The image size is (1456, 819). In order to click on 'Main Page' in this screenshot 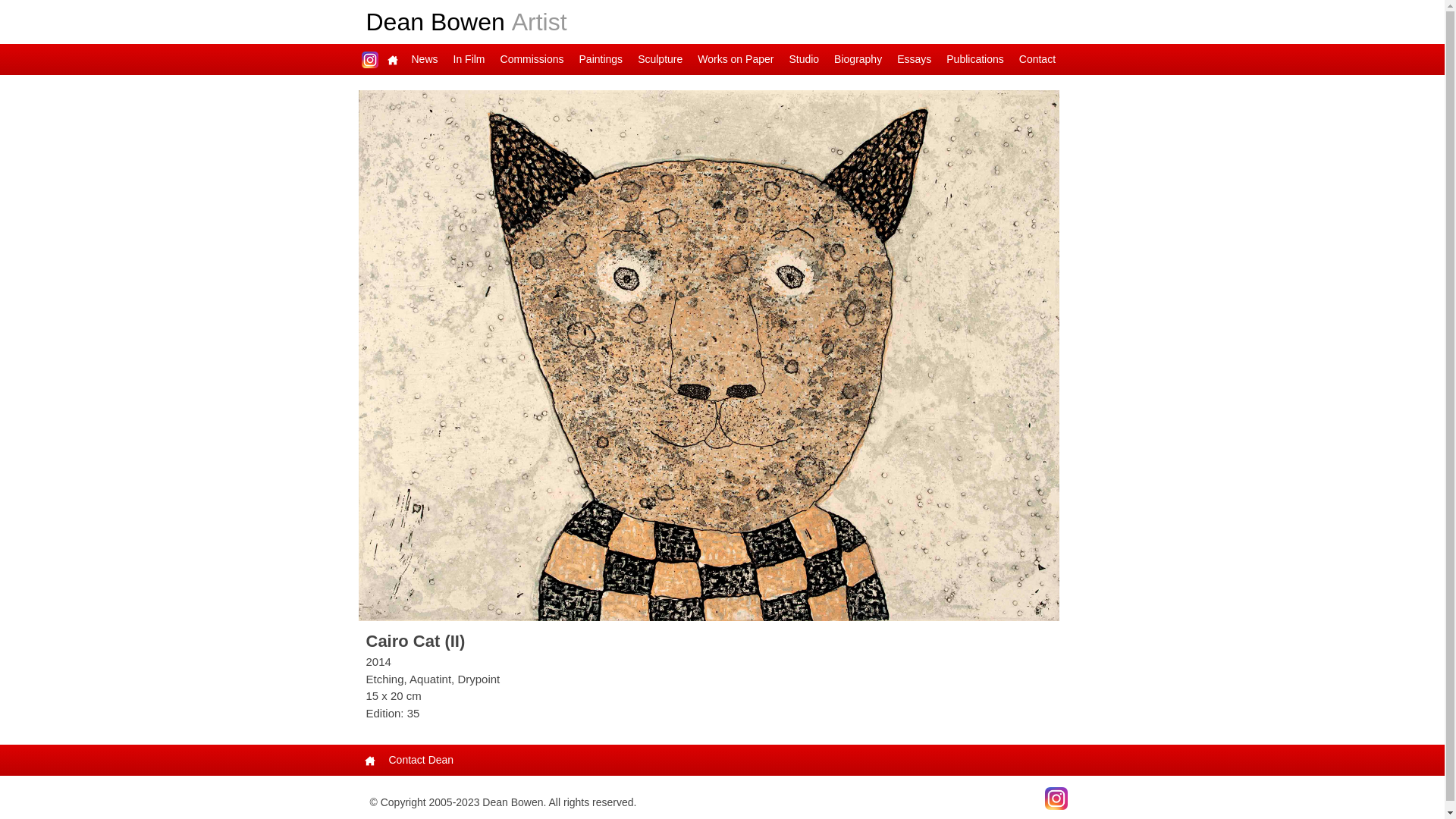, I will do `click(392, 58)`.